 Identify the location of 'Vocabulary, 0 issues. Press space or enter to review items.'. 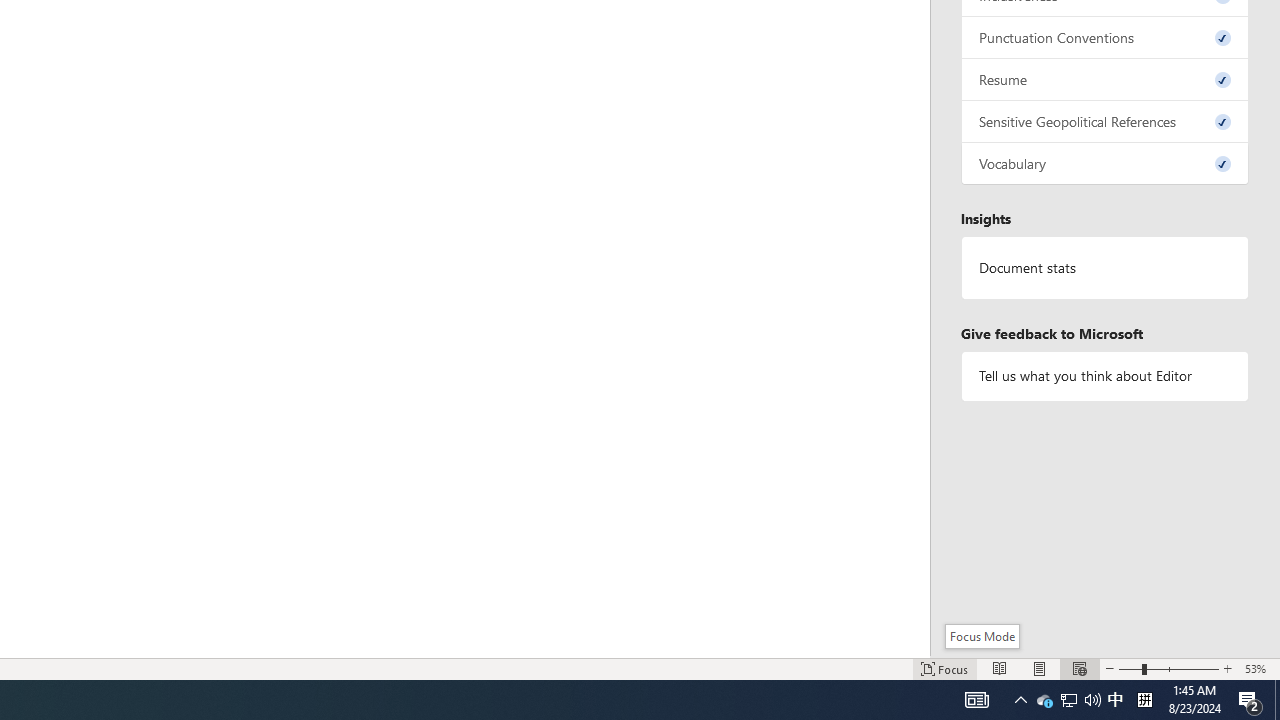
(1104, 162).